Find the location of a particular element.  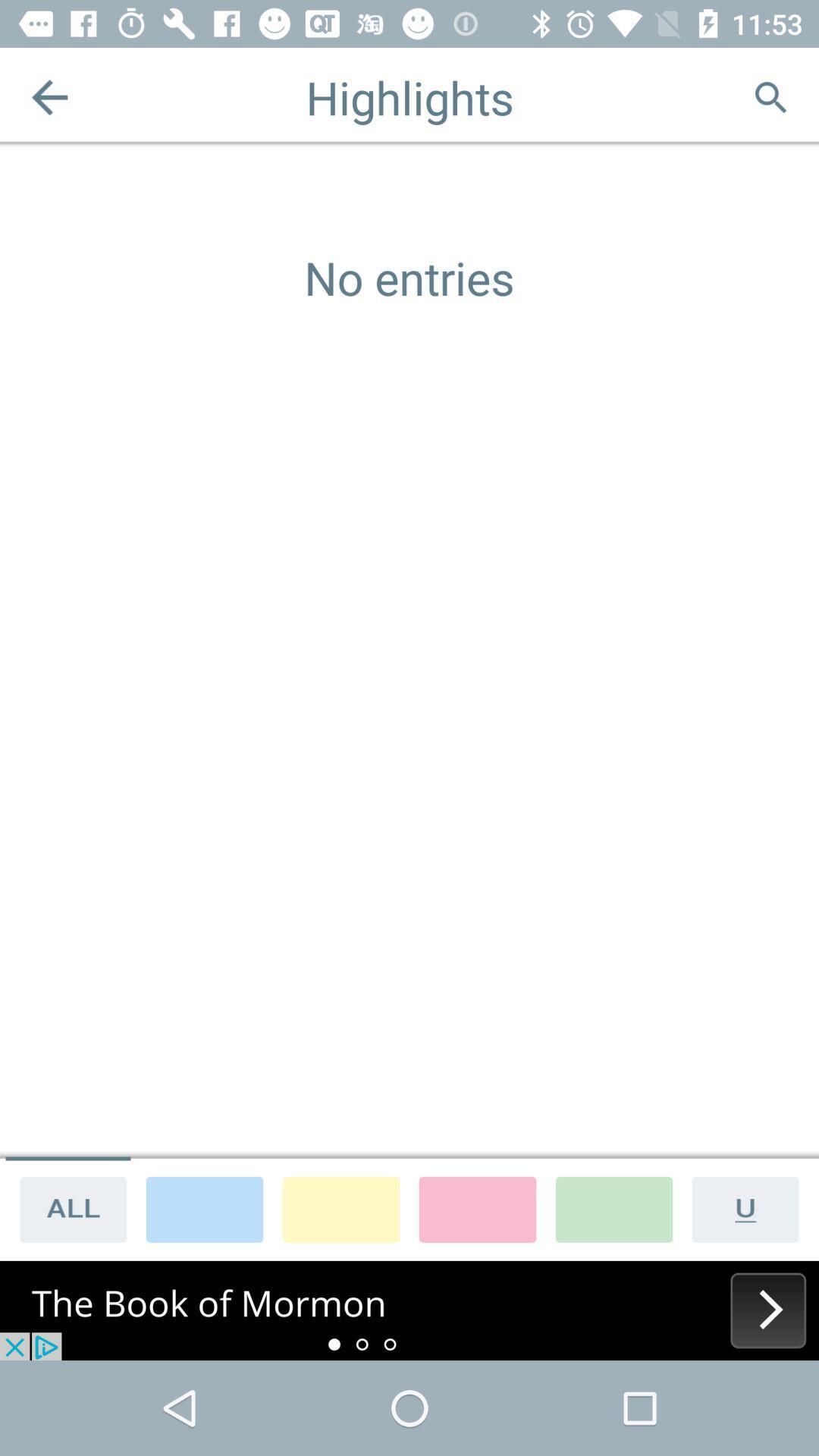

click advertisement is located at coordinates (409, 1310).